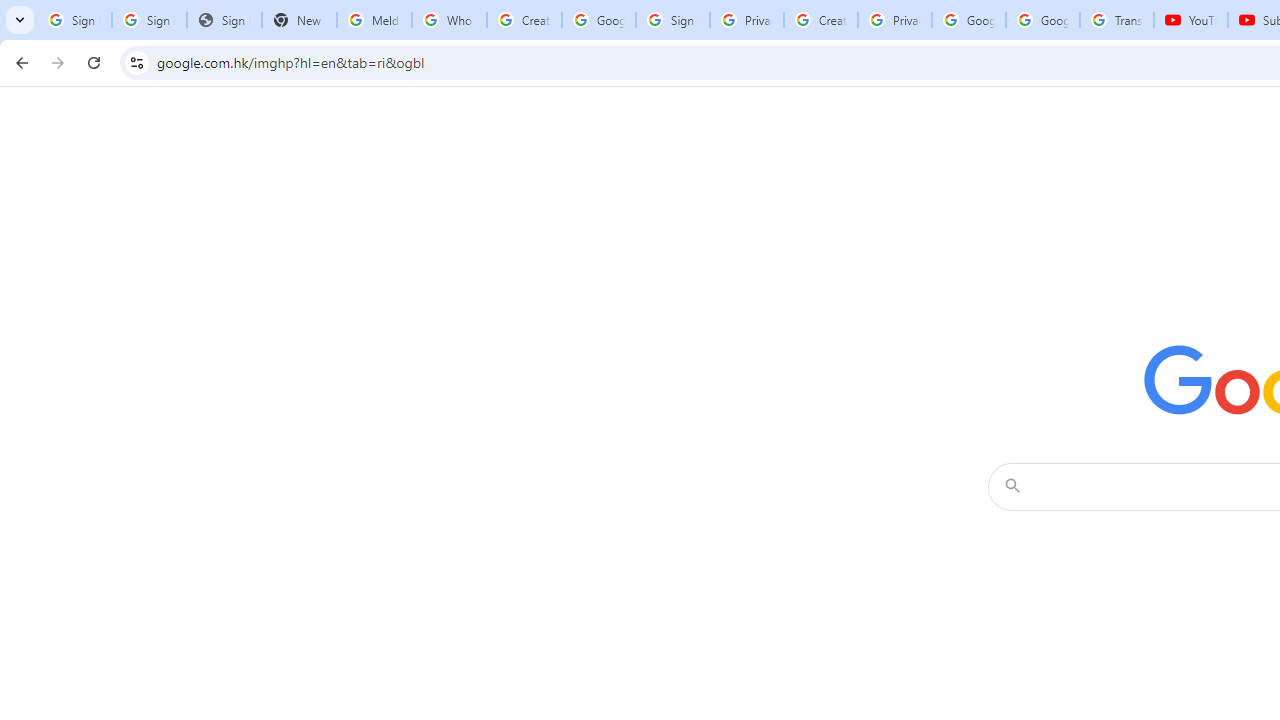 Image resolution: width=1280 pixels, height=720 pixels. I want to click on 'Forward', so click(58, 61).